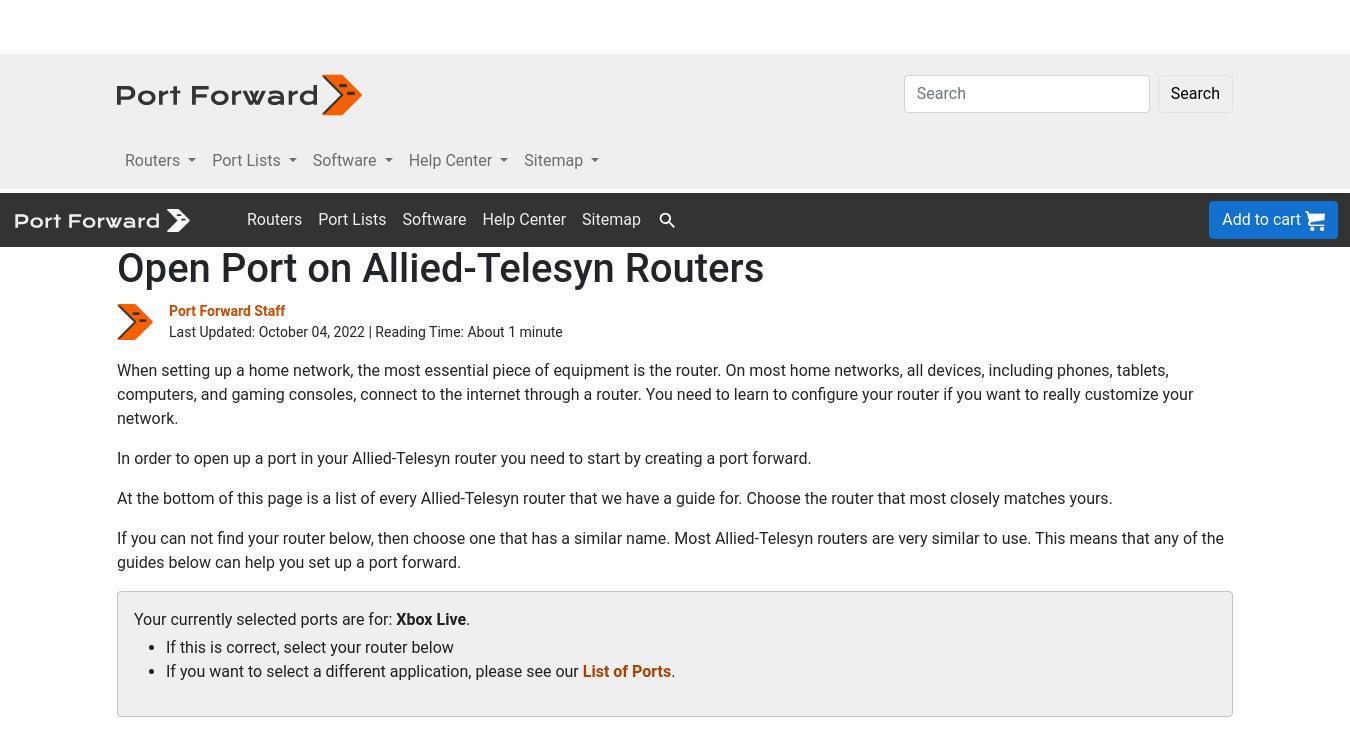  What do you see at coordinates (1263, 25) in the screenshot?
I see `'Add to cart'` at bounding box center [1263, 25].